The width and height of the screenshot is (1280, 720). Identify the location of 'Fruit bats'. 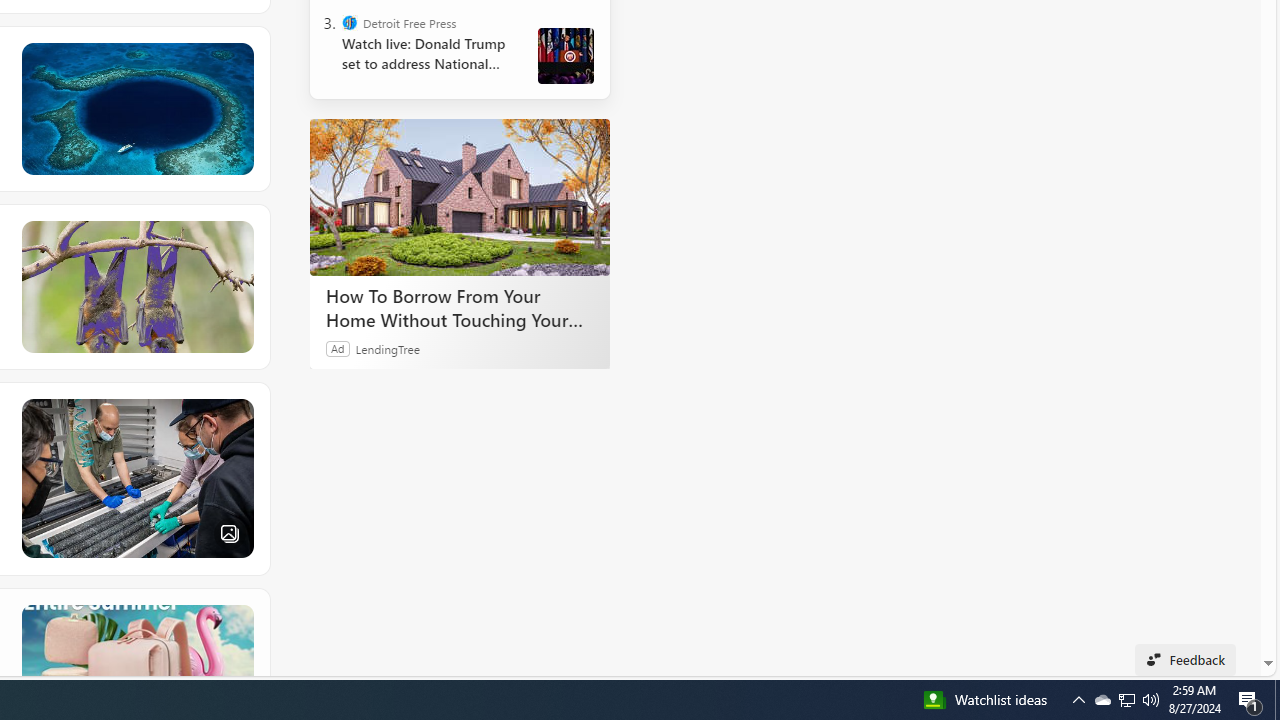
(135, 286).